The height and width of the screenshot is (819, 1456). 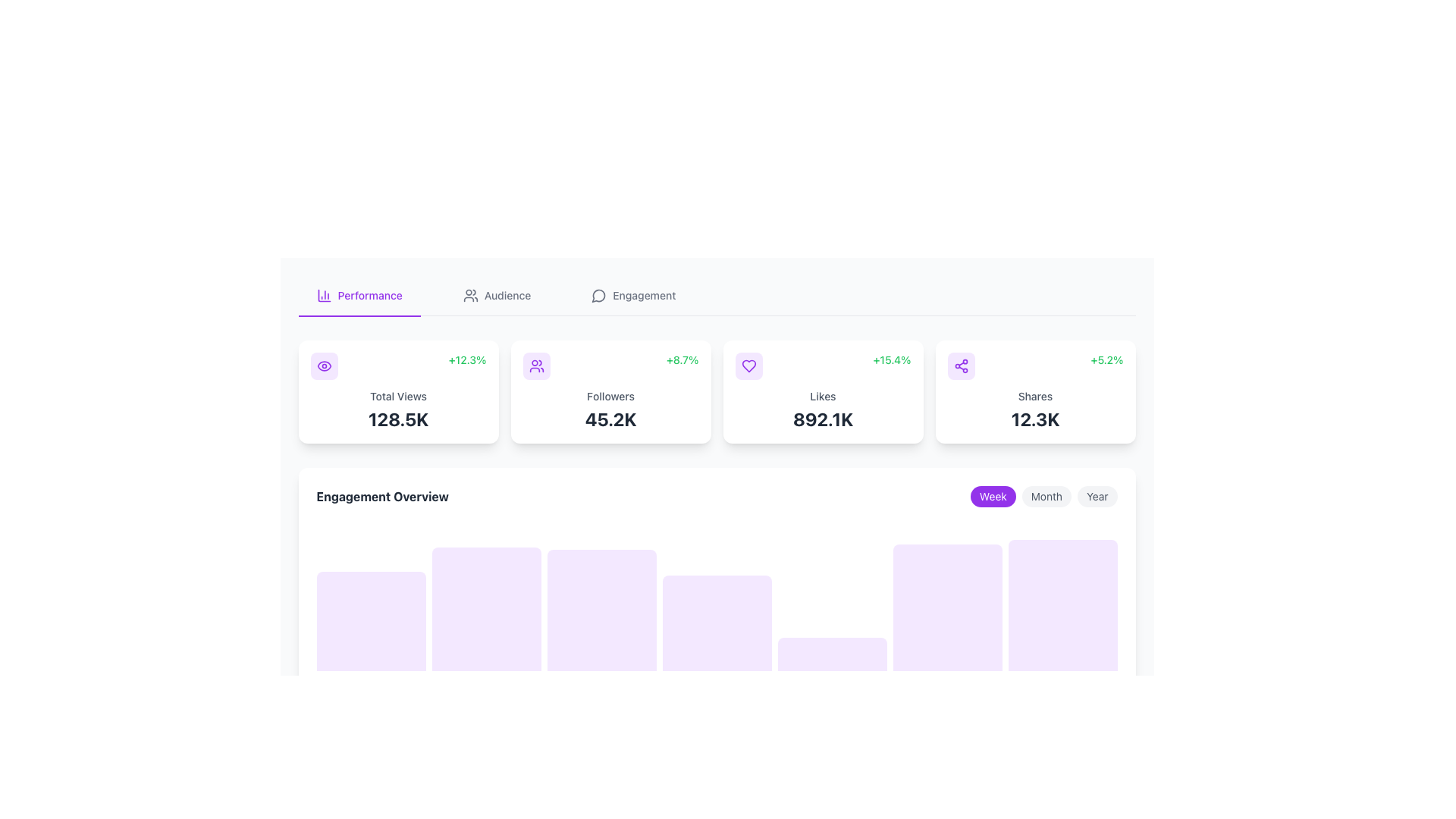 What do you see at coordinates (822, 396) in the screenshot?
I see `the text label indicating the number of likes, which is centrally aligned below a heart-shaped icon and above the figure '892.1K' in the third card of summary metrics` at bounding box center [822, 396].